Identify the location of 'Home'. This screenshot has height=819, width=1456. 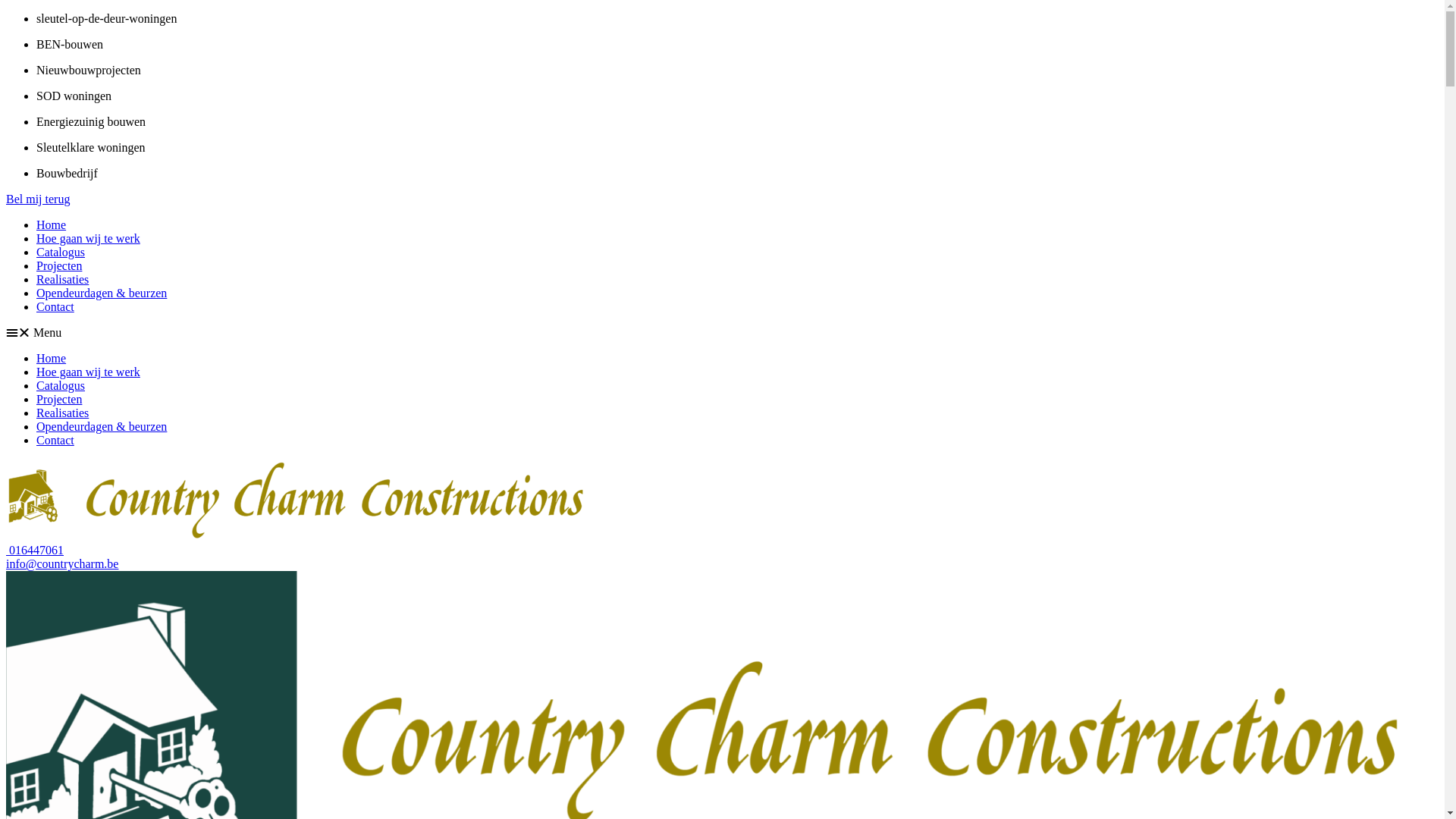
(51, 224).